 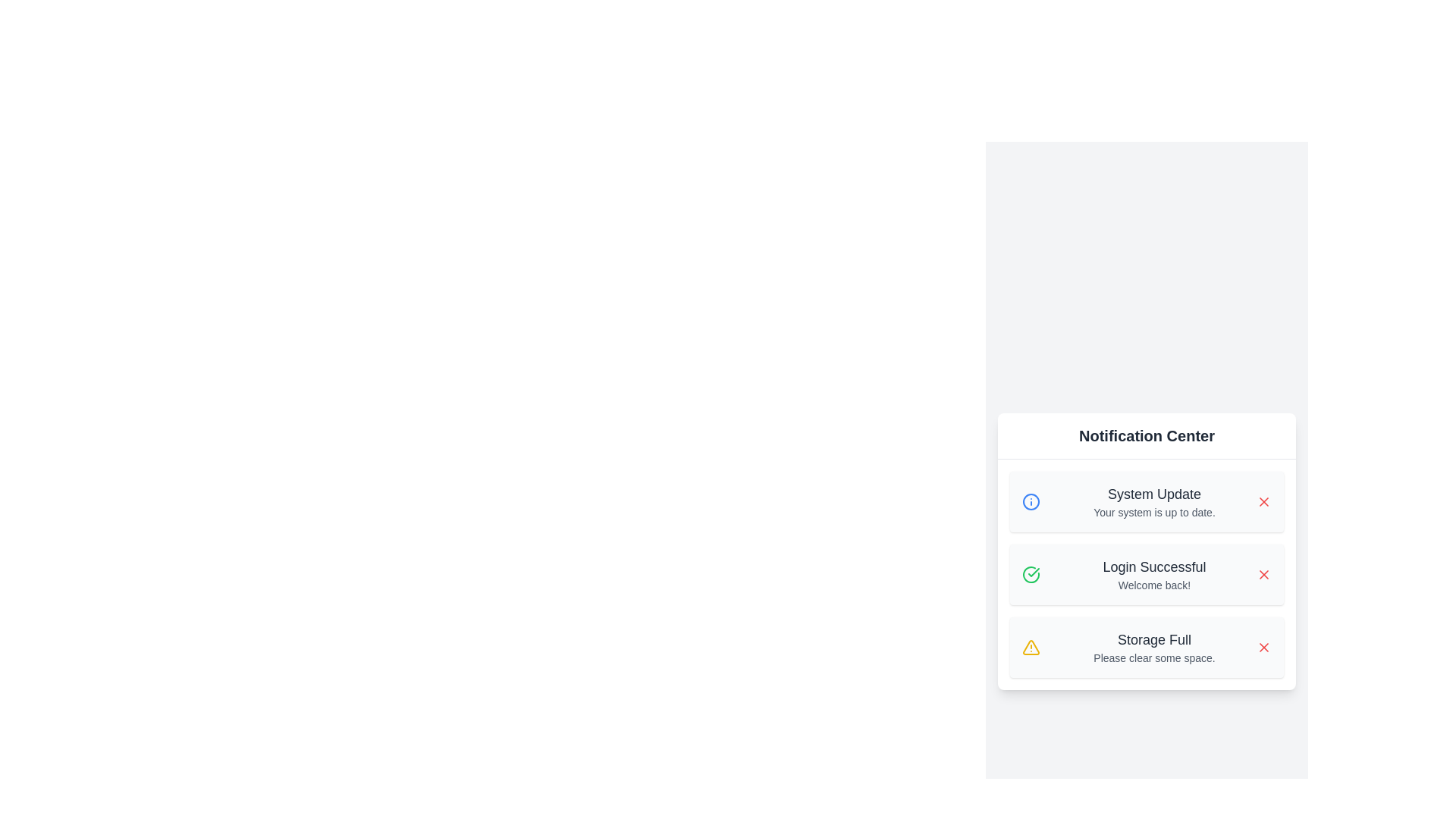 I want to click on the alert icon indicating 'Storage Full' in the third notification item of the Notification Center, so click(x=1031, y=647).